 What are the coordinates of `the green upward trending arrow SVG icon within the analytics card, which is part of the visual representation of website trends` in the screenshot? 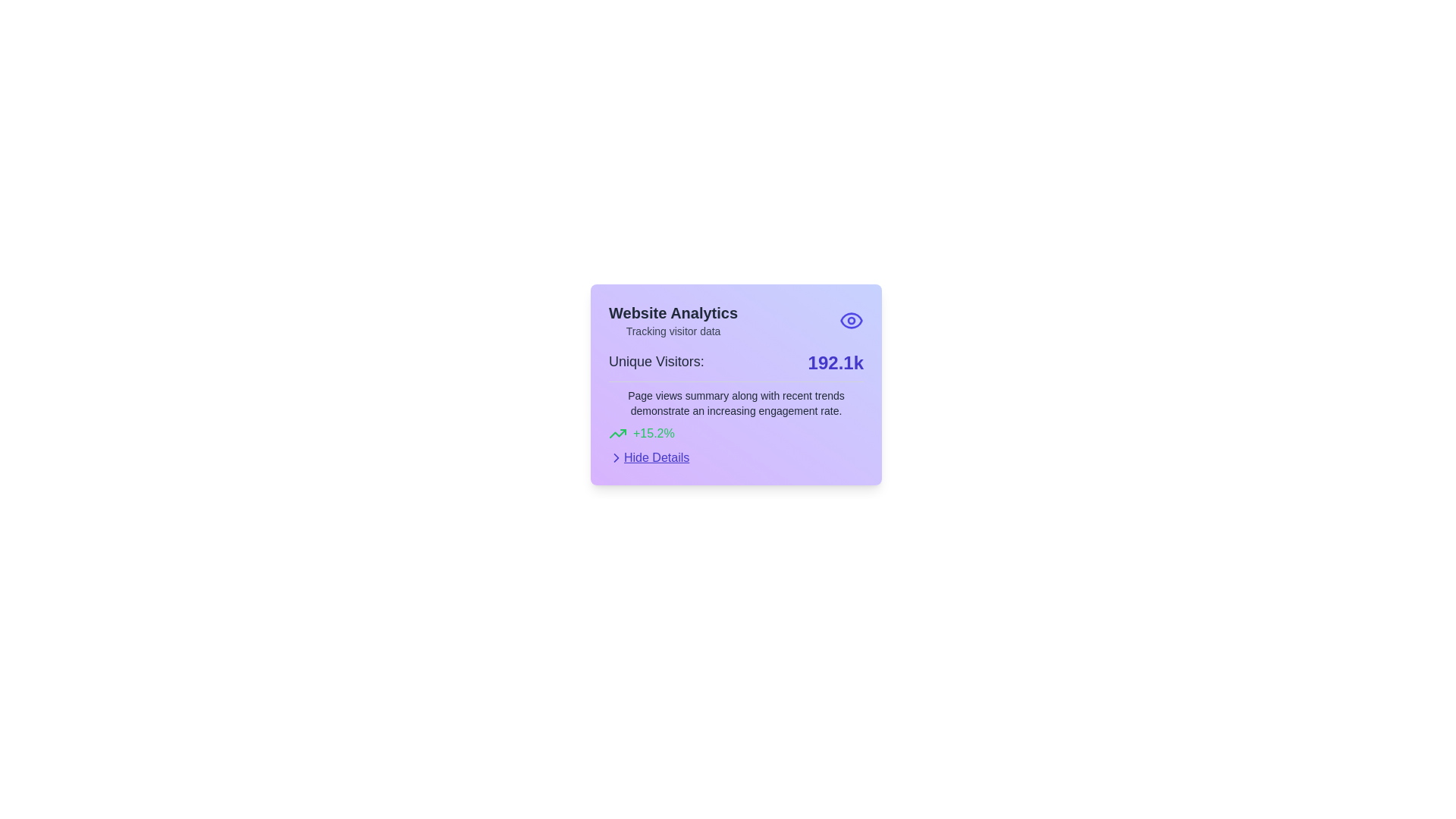 It's located at (618, 433).